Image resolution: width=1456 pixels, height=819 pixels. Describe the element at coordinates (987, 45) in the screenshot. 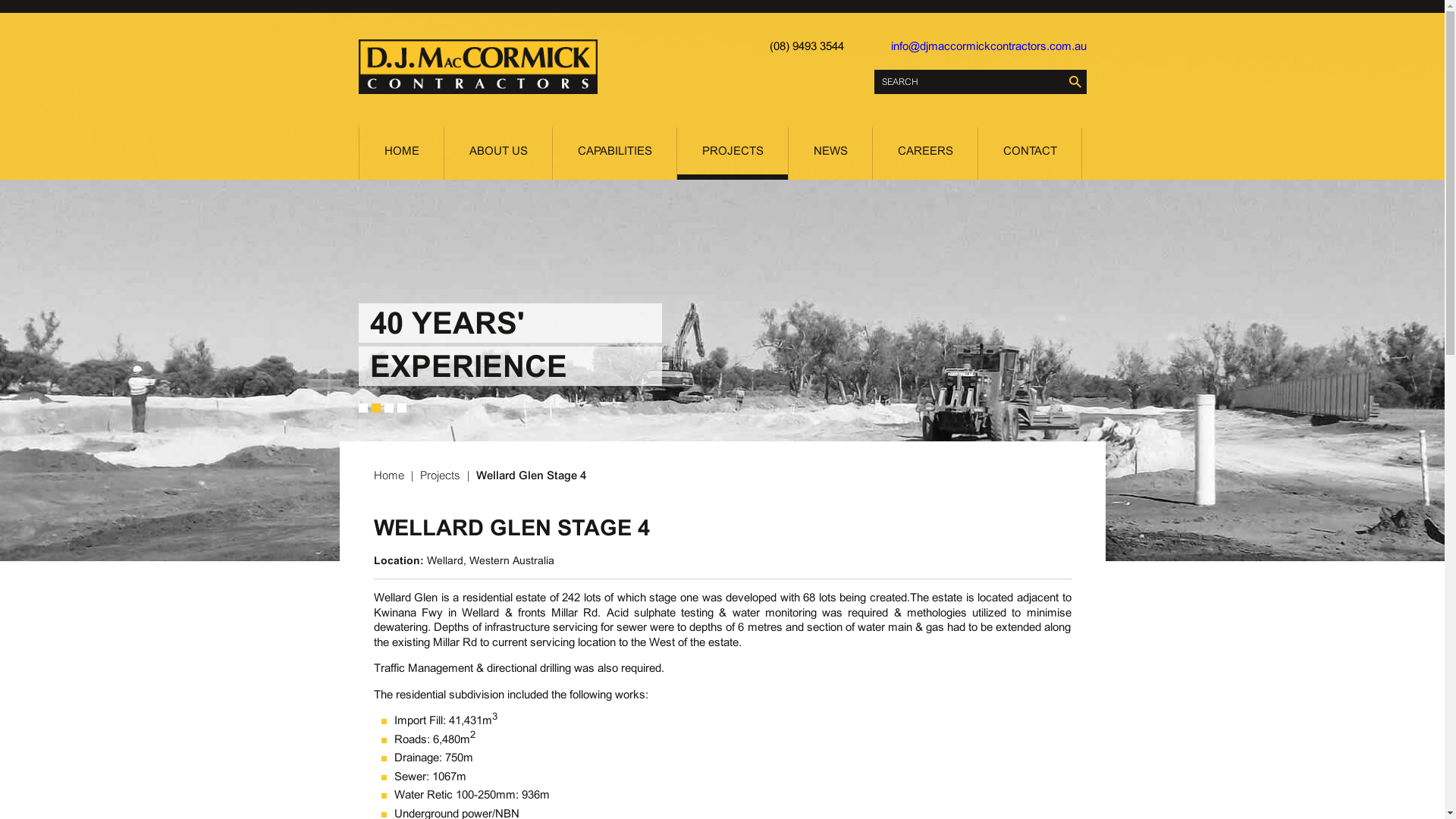

I see `'info@djmaccormickcontractors.com.au'` at that location.